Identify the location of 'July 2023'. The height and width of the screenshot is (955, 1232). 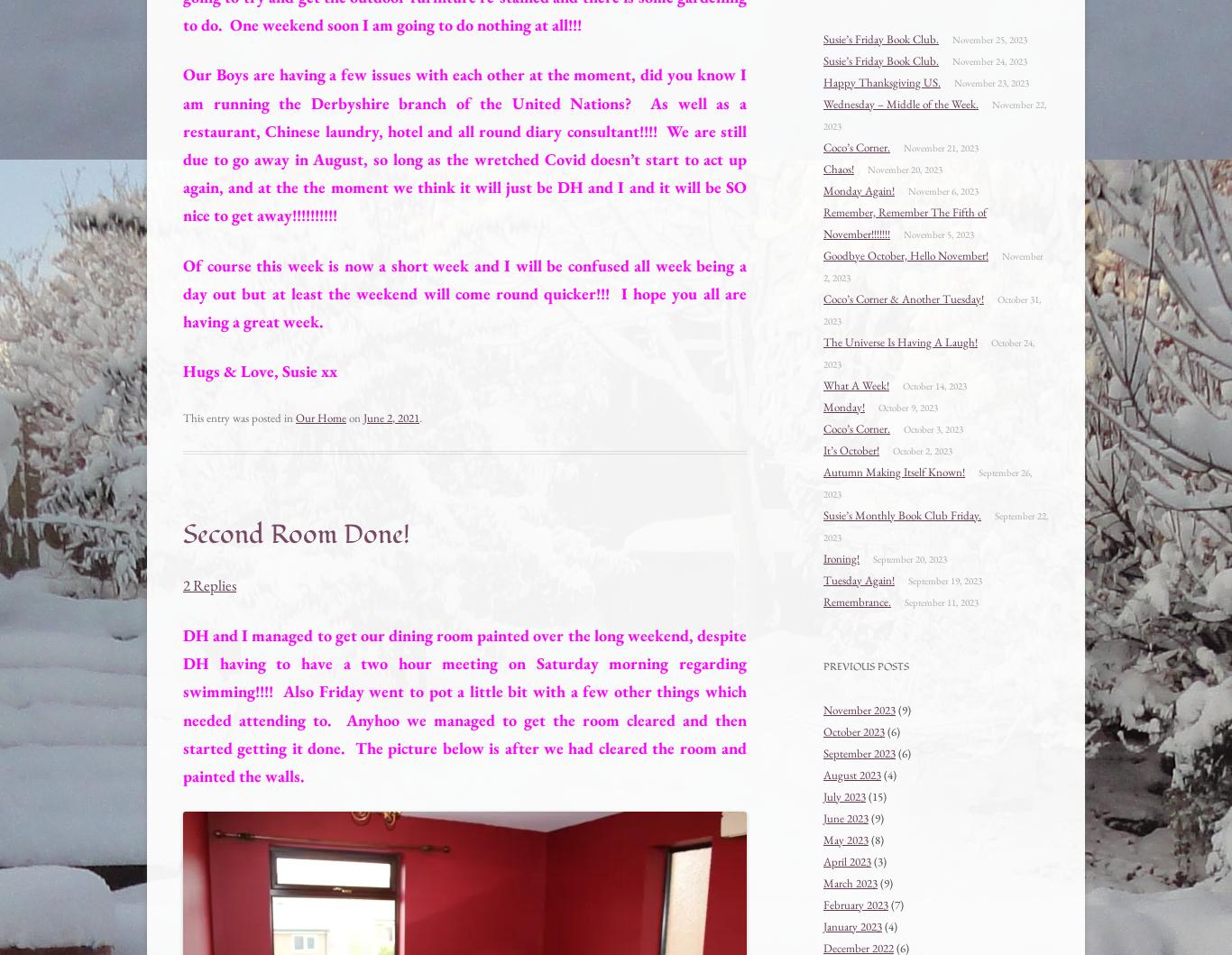
(823, 795).